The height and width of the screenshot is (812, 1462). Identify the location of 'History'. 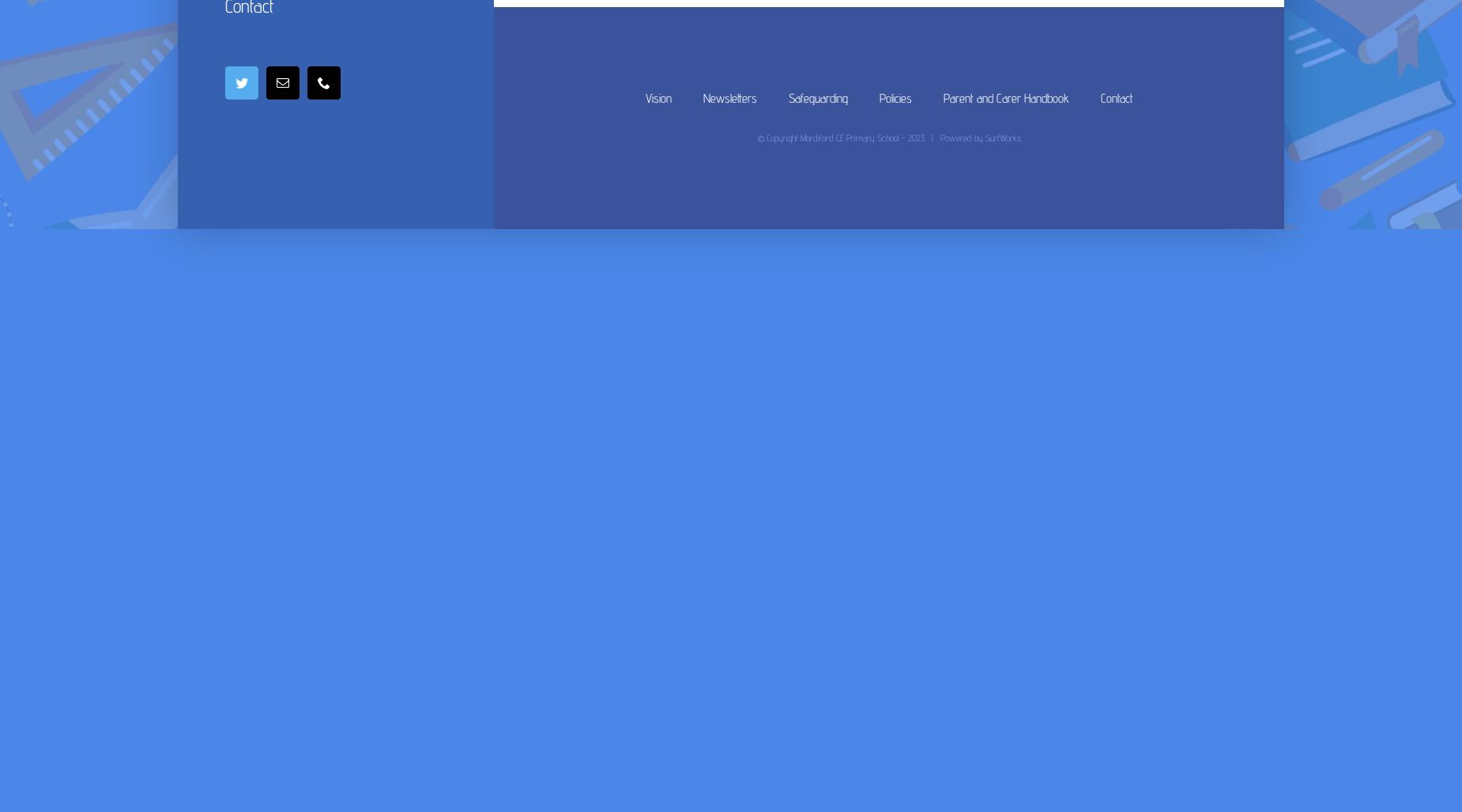
(806, 44).